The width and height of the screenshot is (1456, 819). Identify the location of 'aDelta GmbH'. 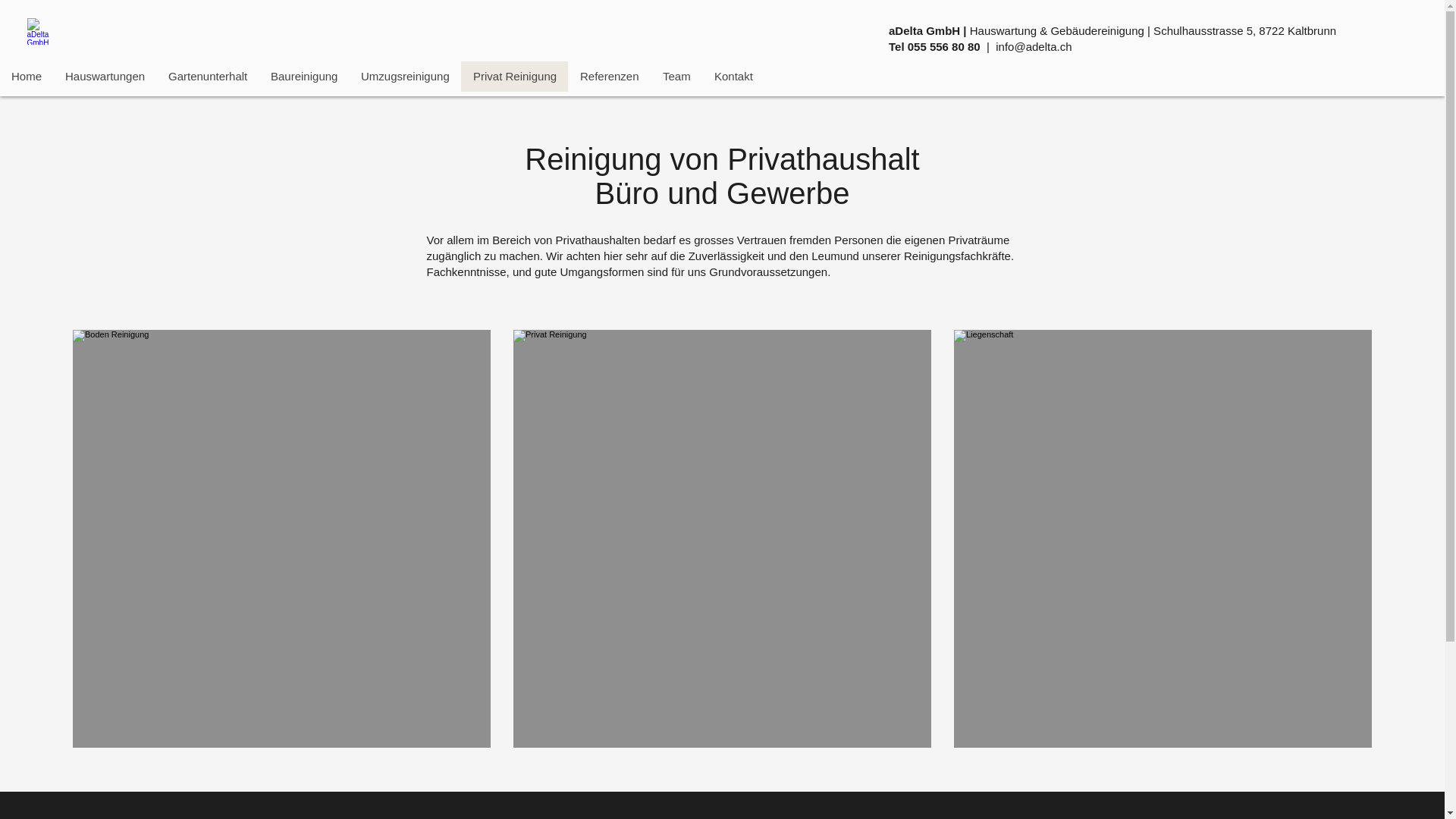
(41, 31).